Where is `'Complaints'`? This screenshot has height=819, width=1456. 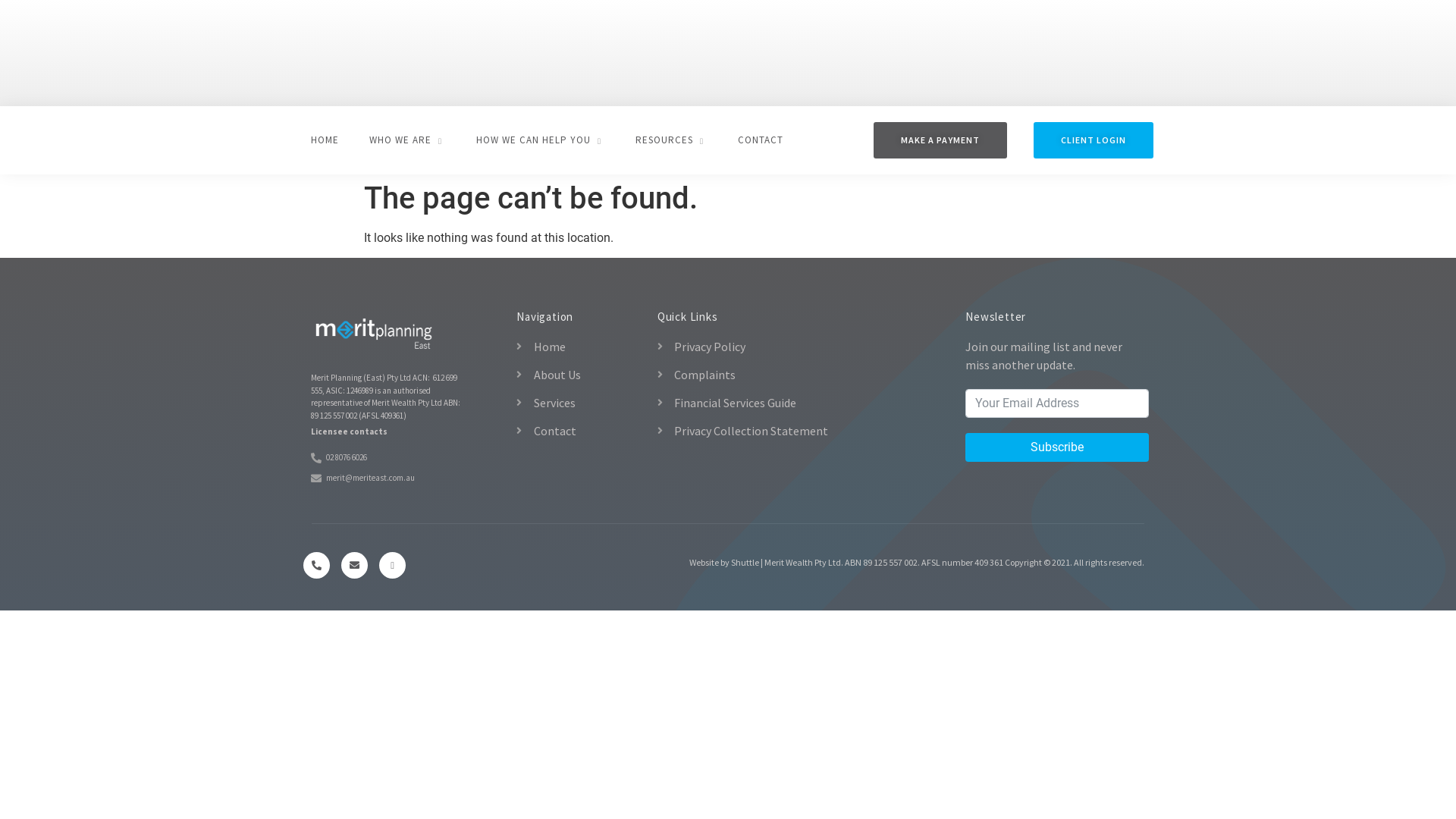
'Complaints' is located at coordinates (792, 374).